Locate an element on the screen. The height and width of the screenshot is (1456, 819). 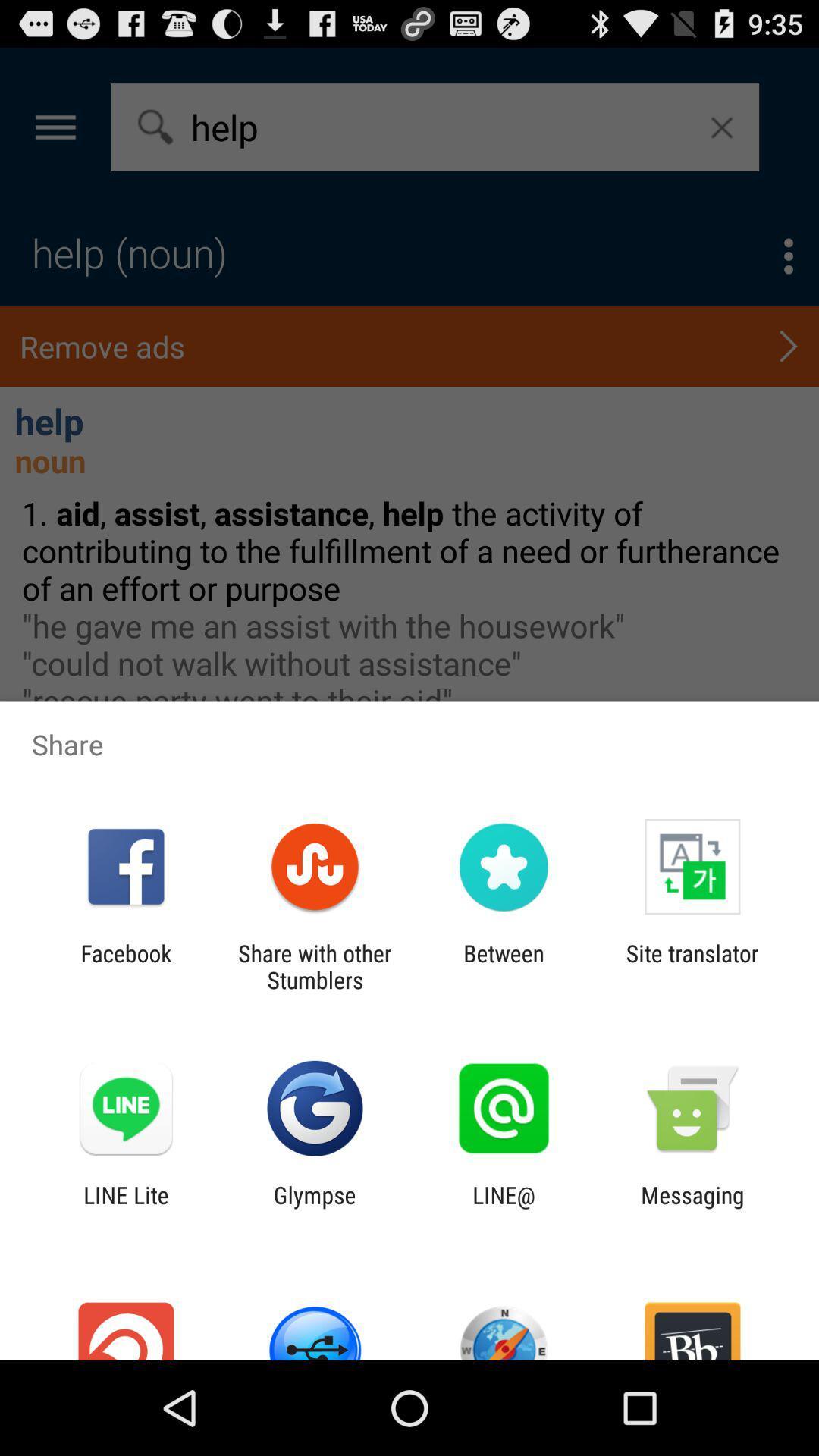
item to the right of line@ item is located at coordinates (692, 1207).